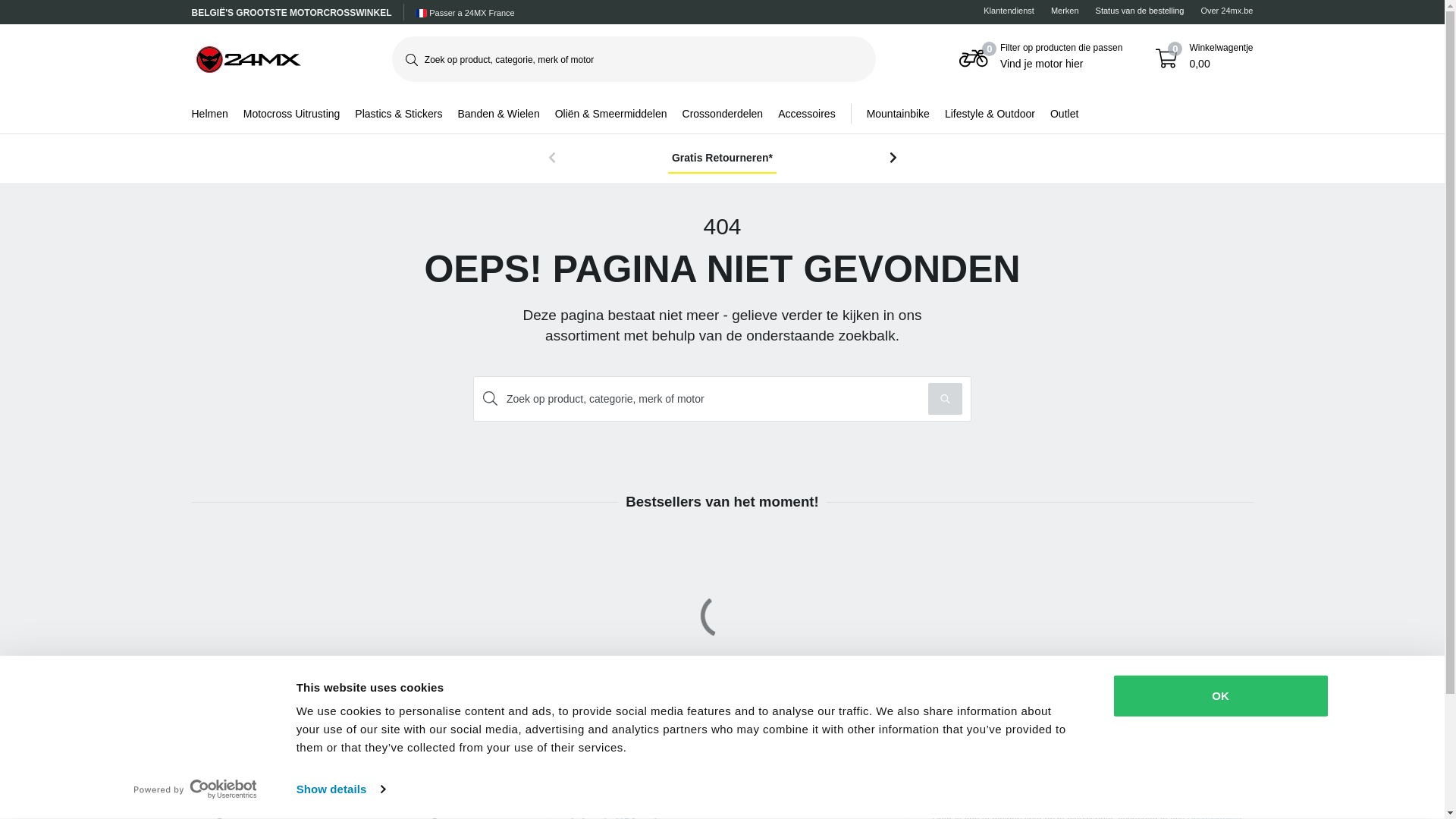  I want to click on 'Plastics & Stickers', so click(353, 113).